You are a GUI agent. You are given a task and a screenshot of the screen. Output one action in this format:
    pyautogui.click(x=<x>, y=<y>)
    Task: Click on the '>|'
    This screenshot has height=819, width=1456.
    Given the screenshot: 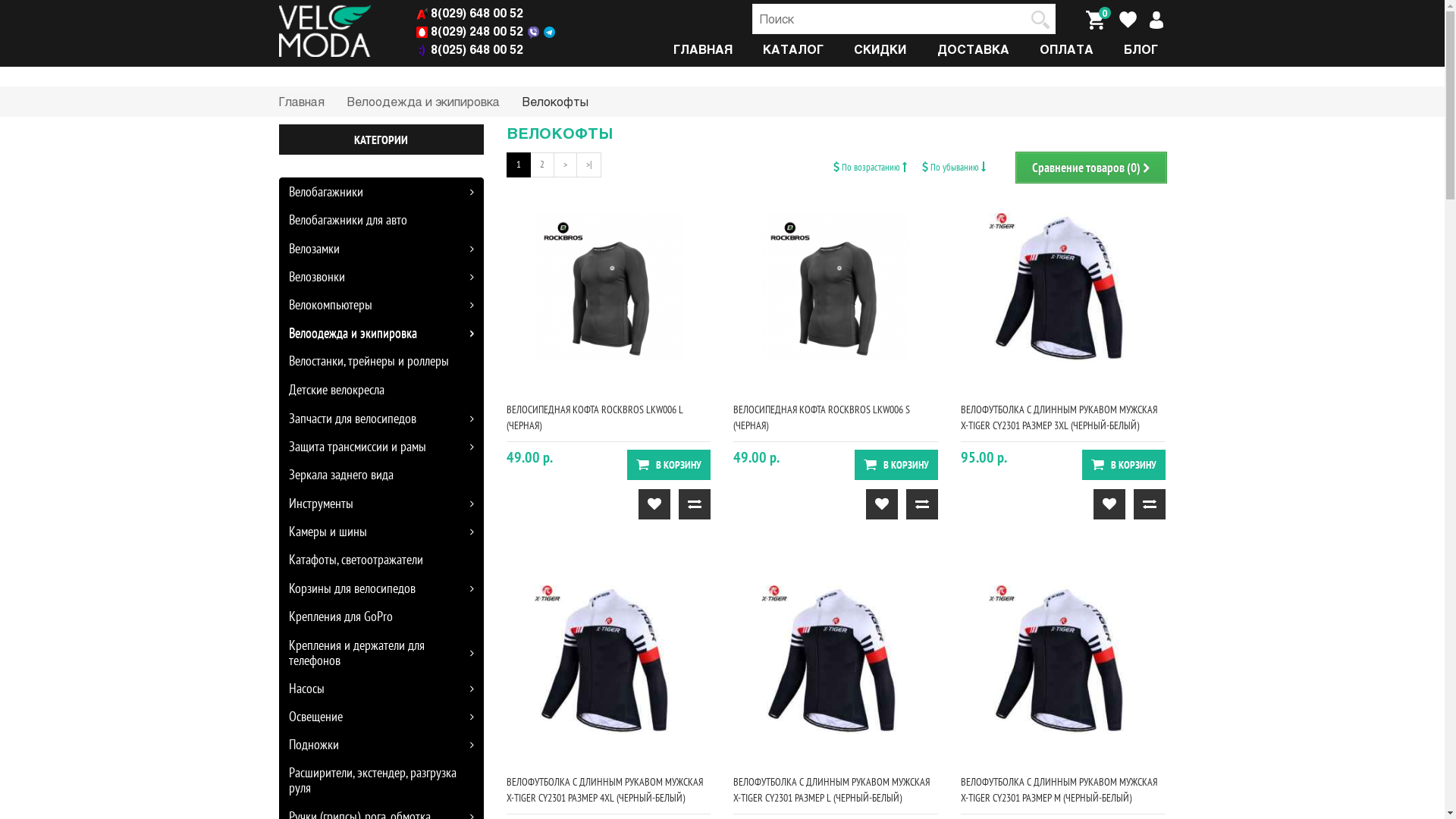 What is the action you would take?
    pyautogui.click(x=588, y=165)
    